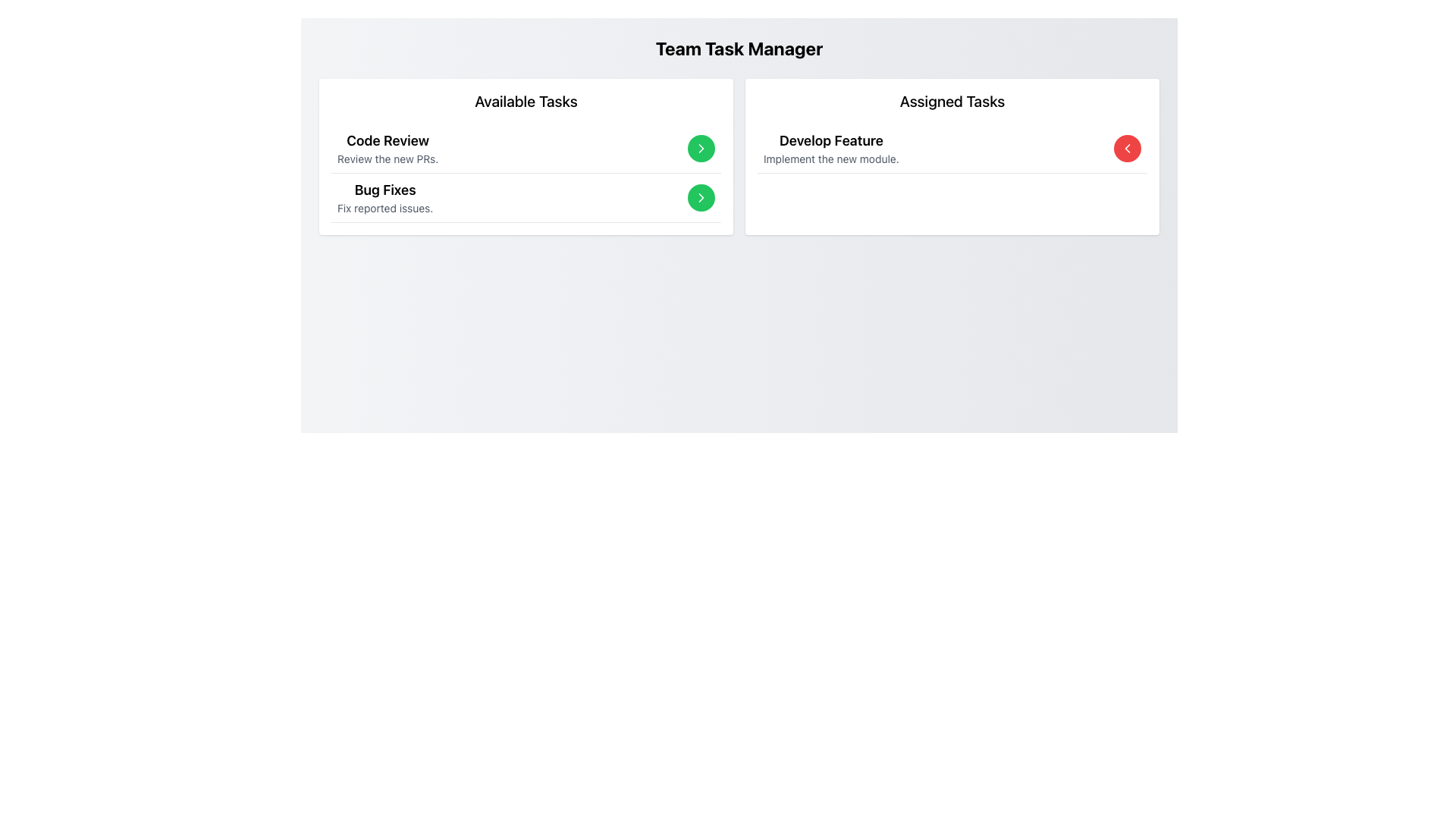  What do you see at coordinates (701, 197) in the screenshot?
I see `the second chevron button in the 'Available Tasks' section, located to the right of the 'Bug Fixes' list item` at bounding box center [701, 197].